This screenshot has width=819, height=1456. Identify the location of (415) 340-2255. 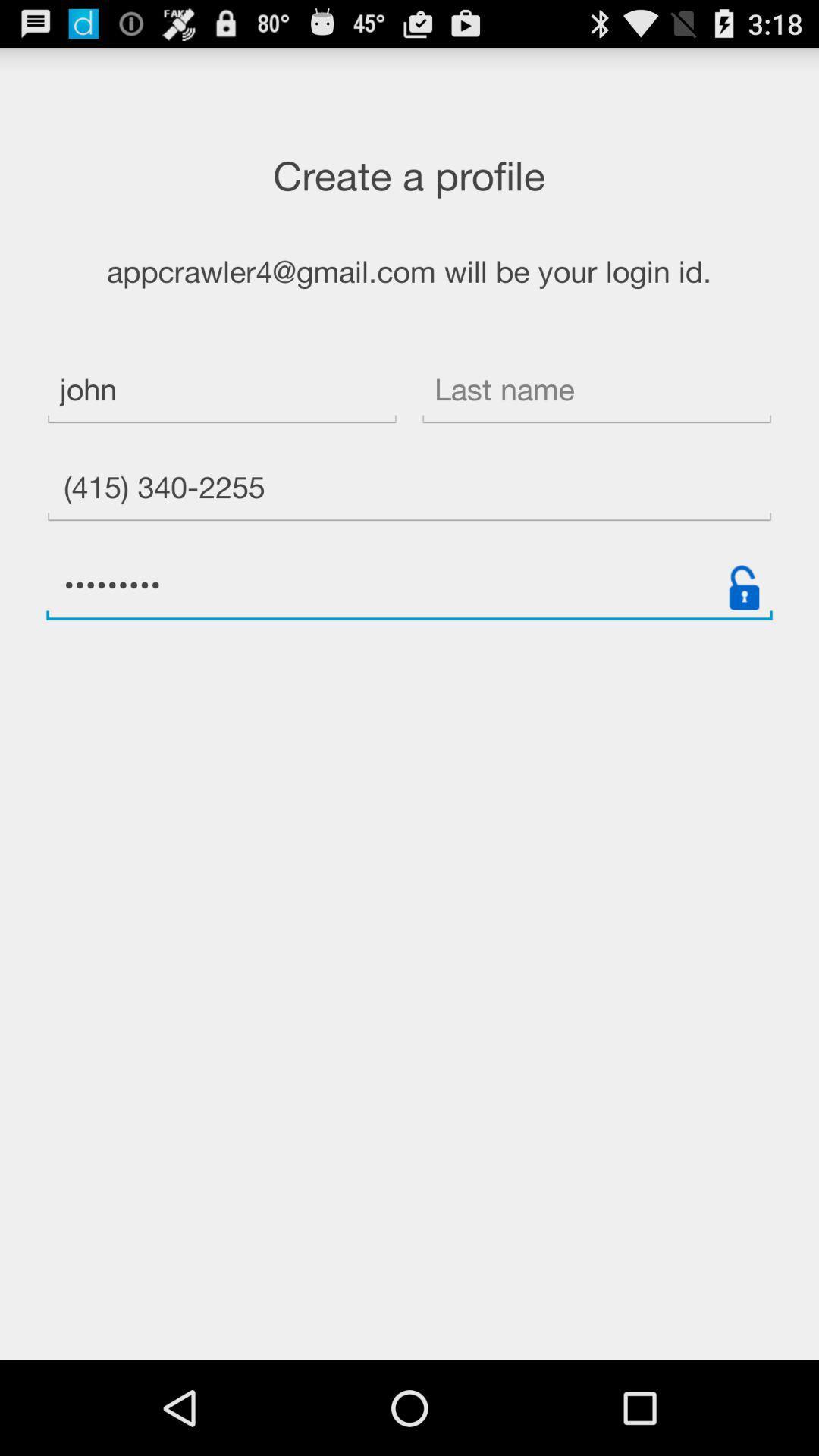
(409, 490).